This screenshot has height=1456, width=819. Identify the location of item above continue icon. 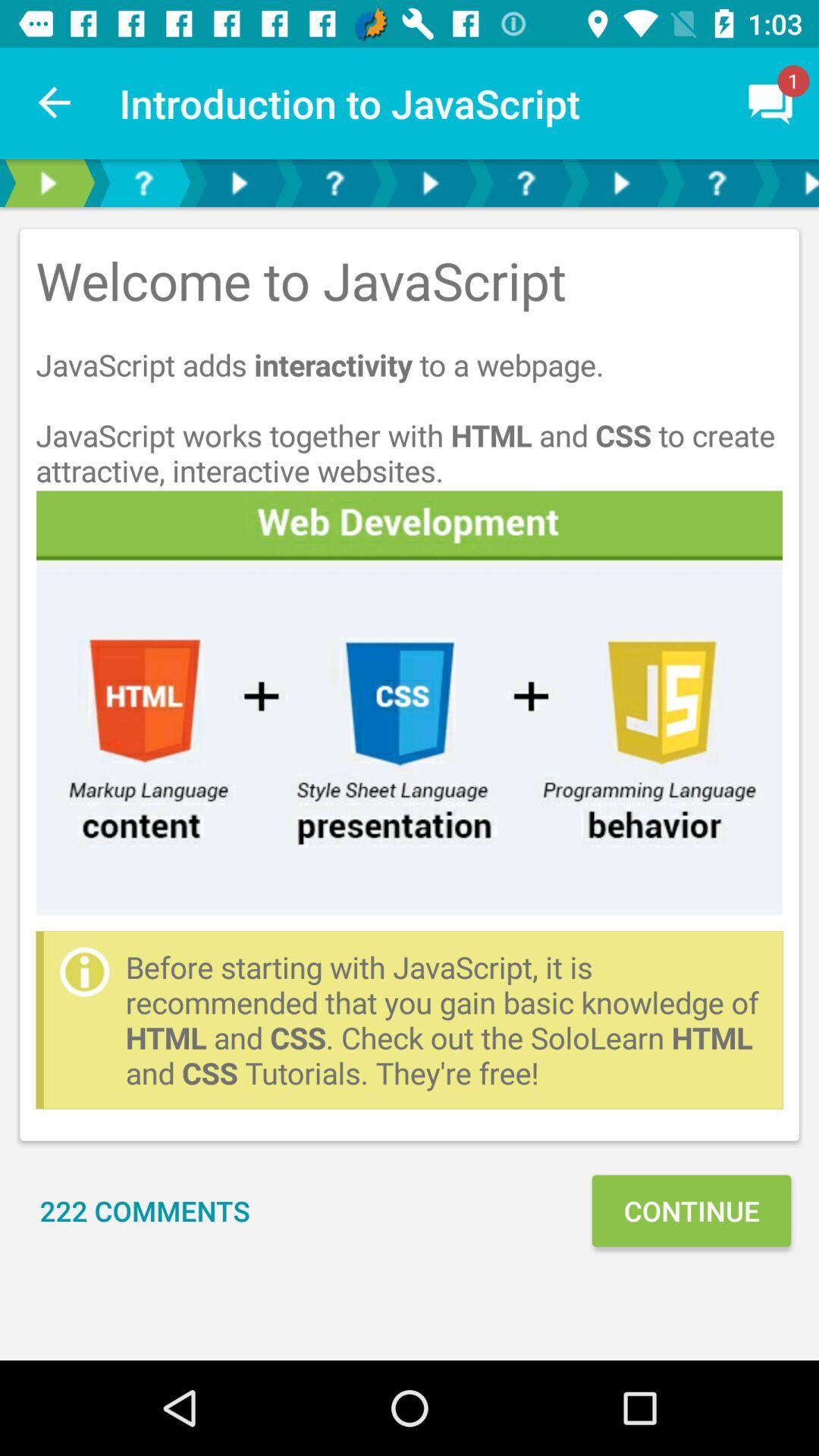
(445, 1020).